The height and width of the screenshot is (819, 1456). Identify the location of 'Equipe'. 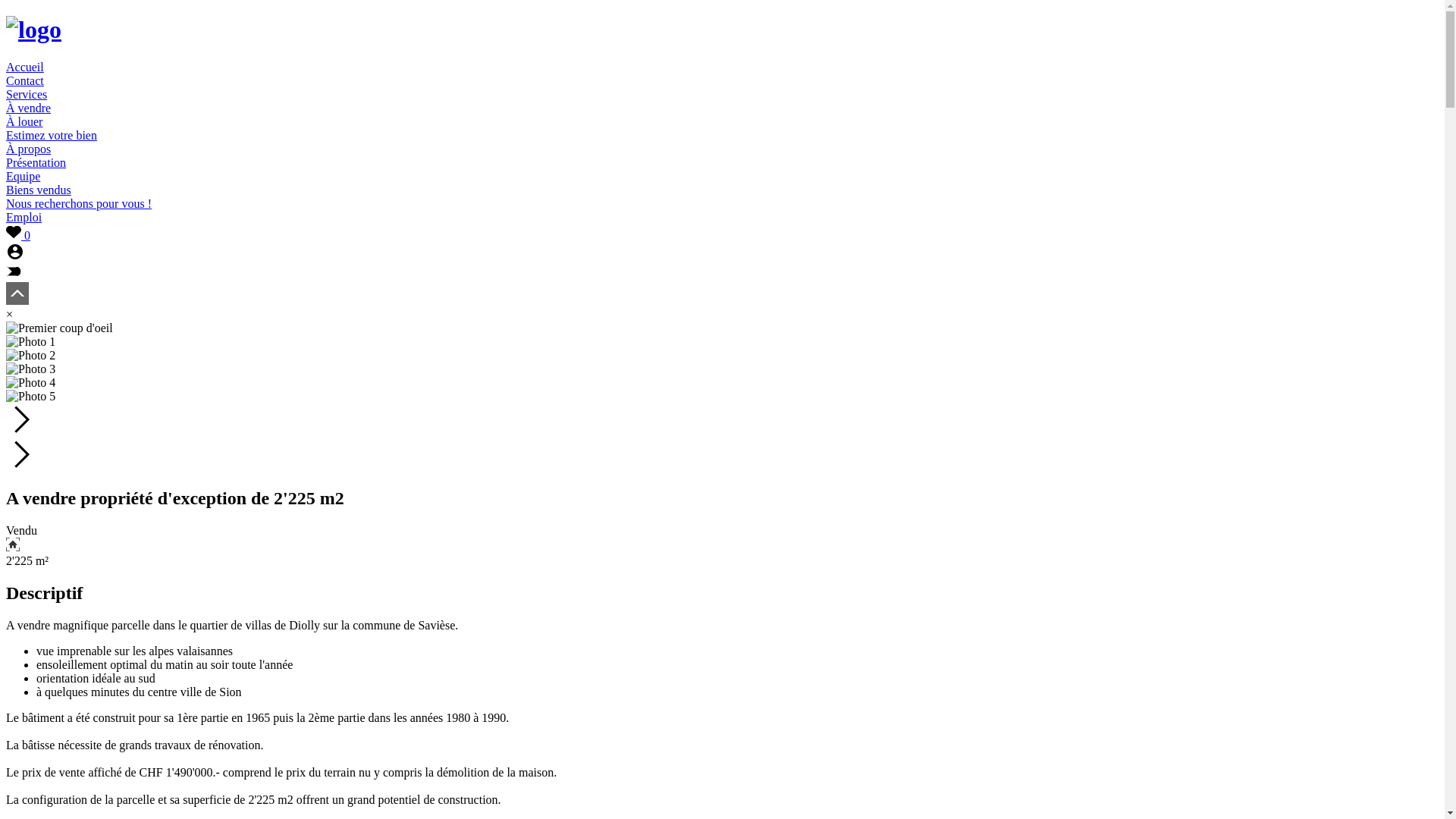
(23, 175).